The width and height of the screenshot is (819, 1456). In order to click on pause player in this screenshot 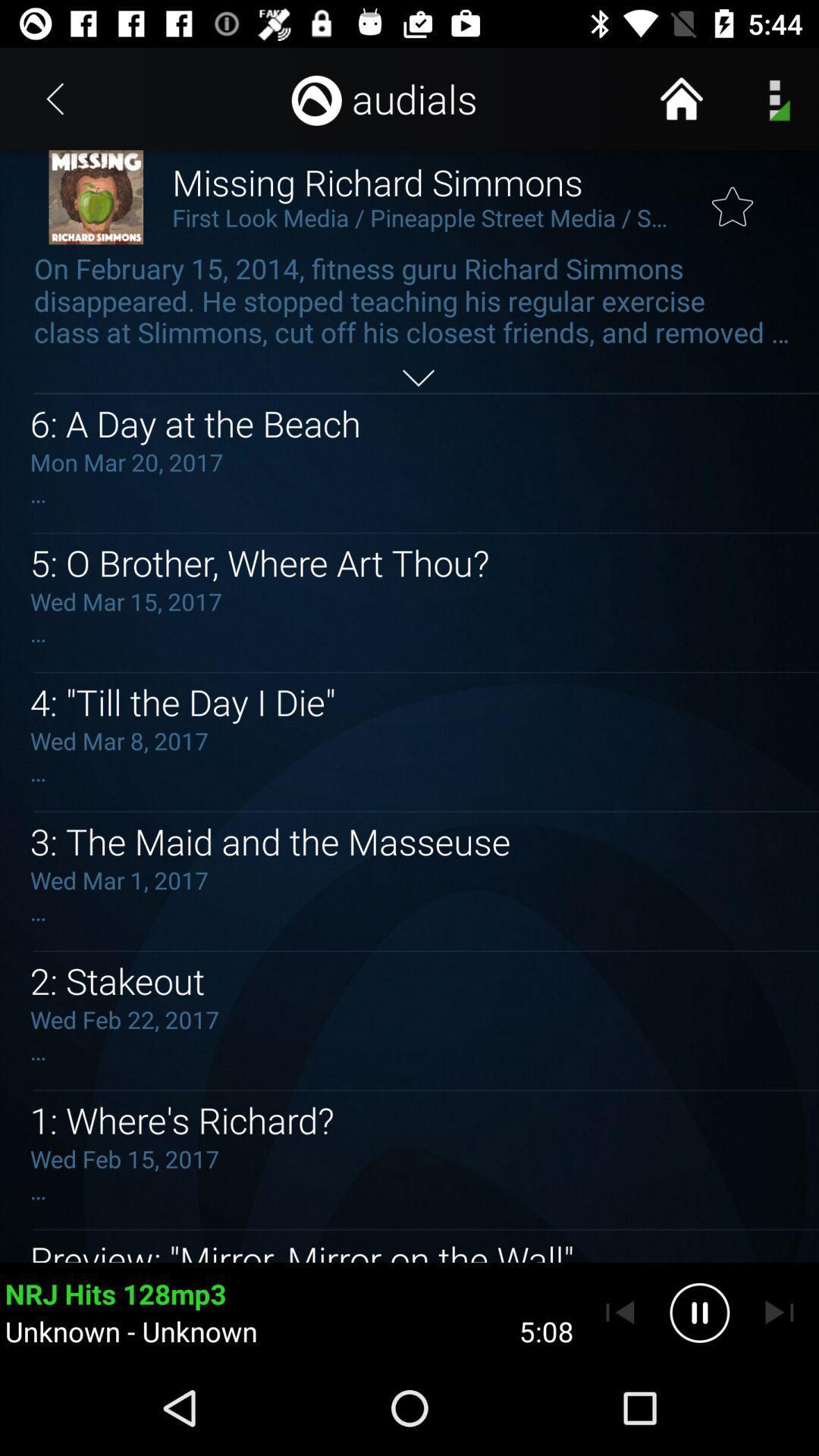, I will do `click(699, 1312)`.